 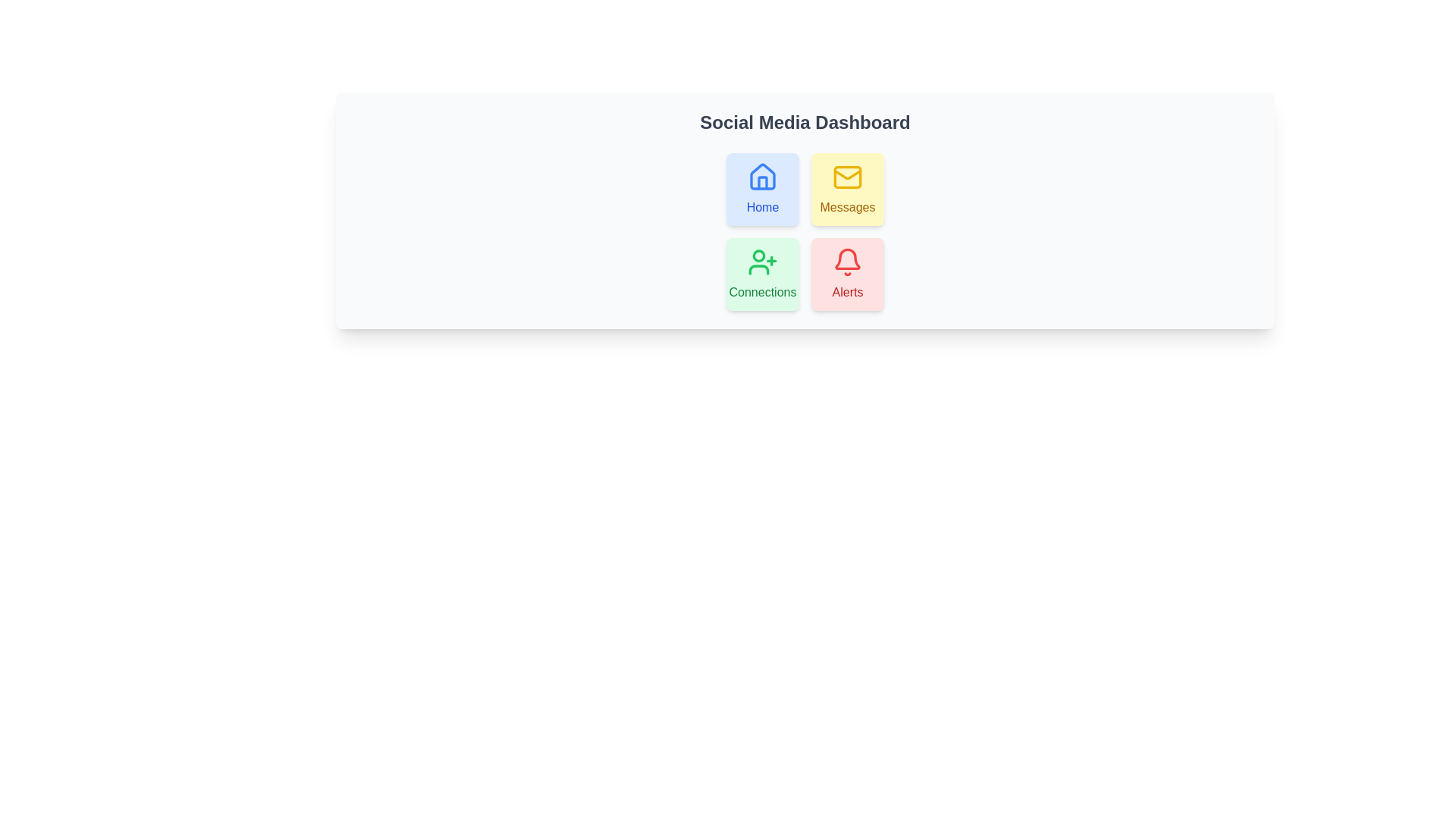 What do you see at coordinates (763, 275) in the screenshot?
I see `the 'Connections' button, which is a clickable card with a user silhouette icon and a label below, located in the bottom-left corner of the grid layout` at bounding box center [763, 275].